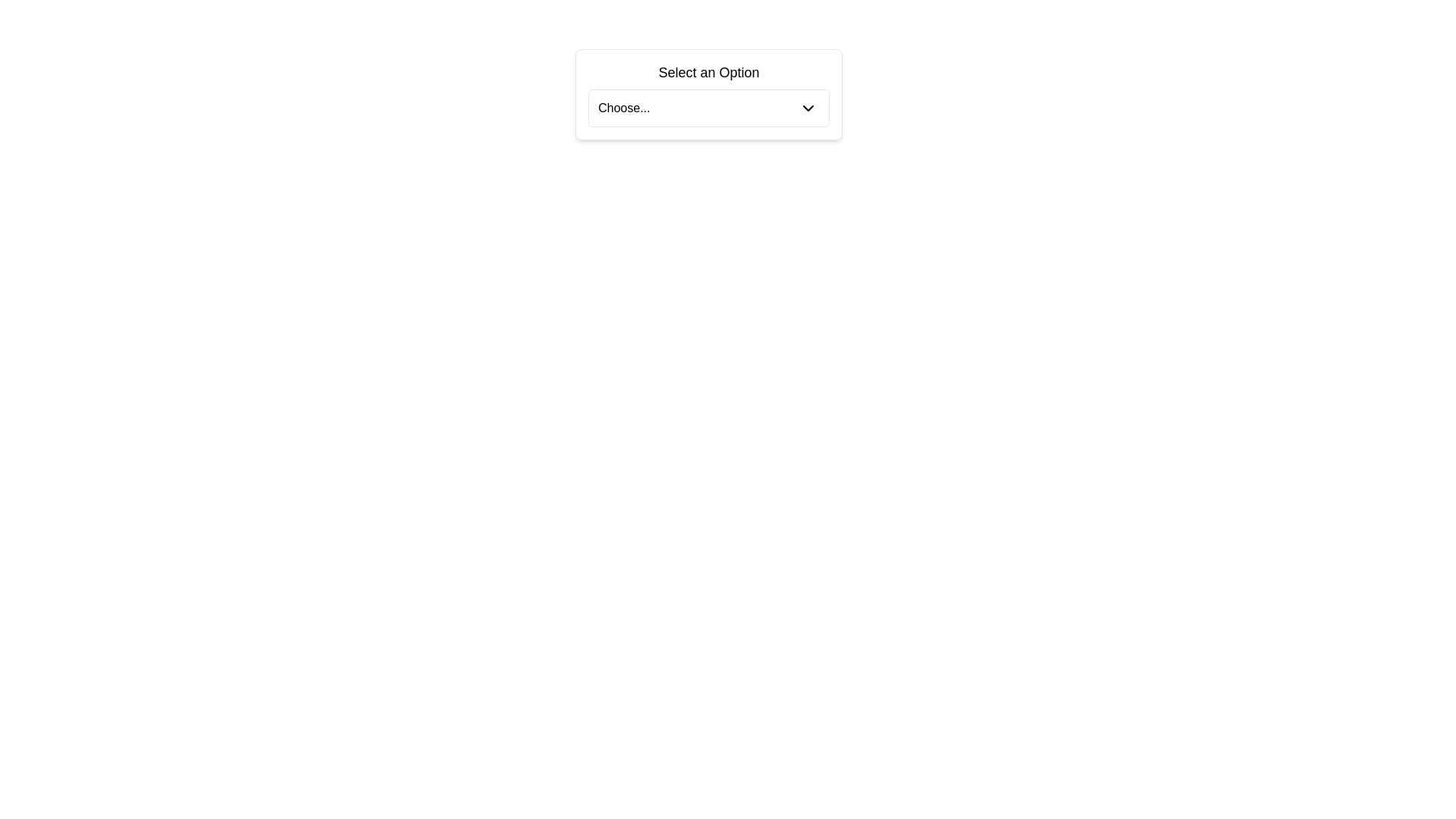 The width and height of the screenshot is (1456, 819). What do you see at coordinates (807, 107) in the screenshot?
I see `the downward-facing chevron icon located at the right end of the dropdown menu labeled 'Choose...'` at bounding box center [807, 107].